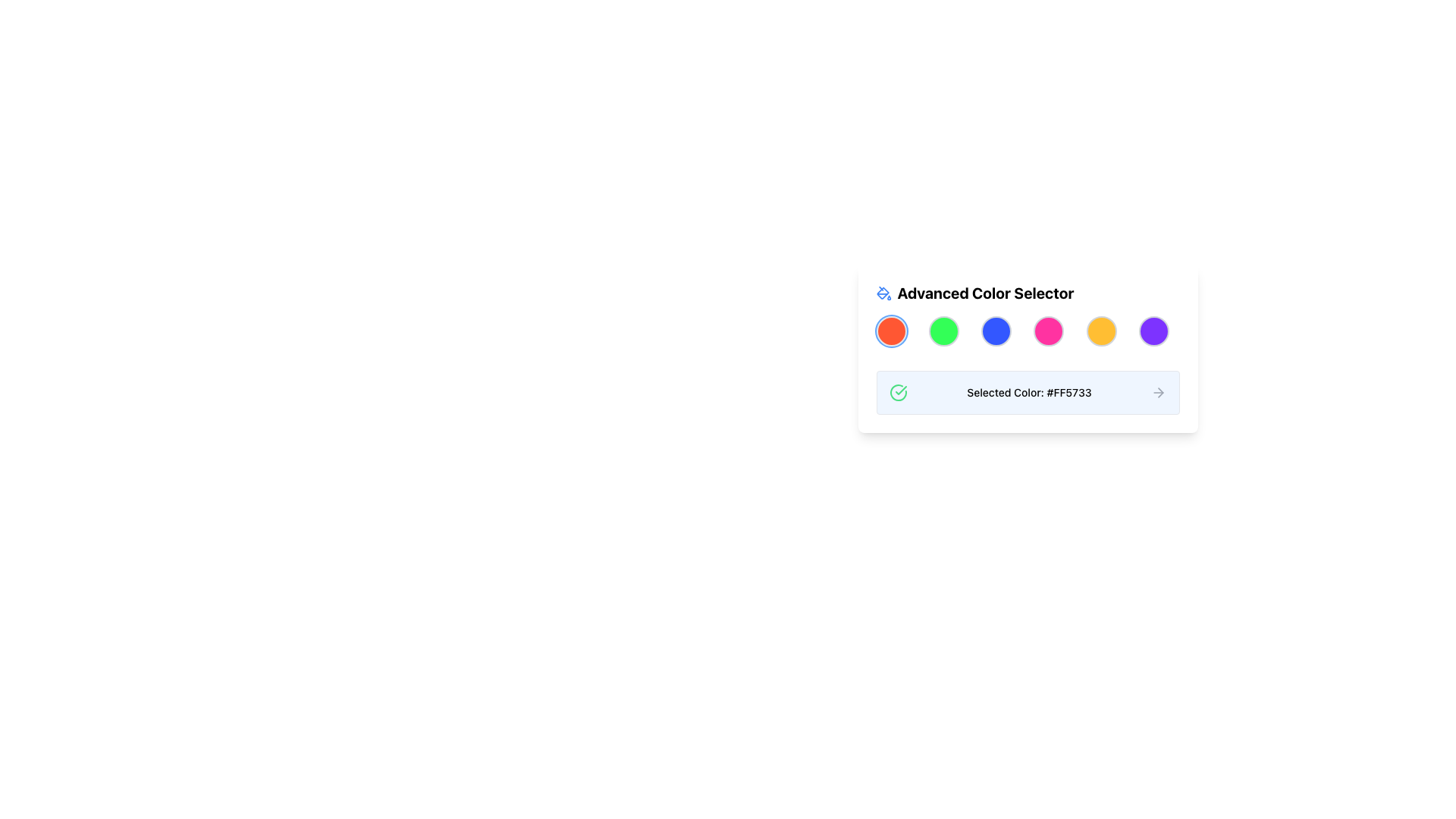  What do you see at coordinates (1028, 293) in the screenshot?
I see `text header with an icon located above the row of color circles, which serves as the title for the section below` at bounding box center [1028, 293].